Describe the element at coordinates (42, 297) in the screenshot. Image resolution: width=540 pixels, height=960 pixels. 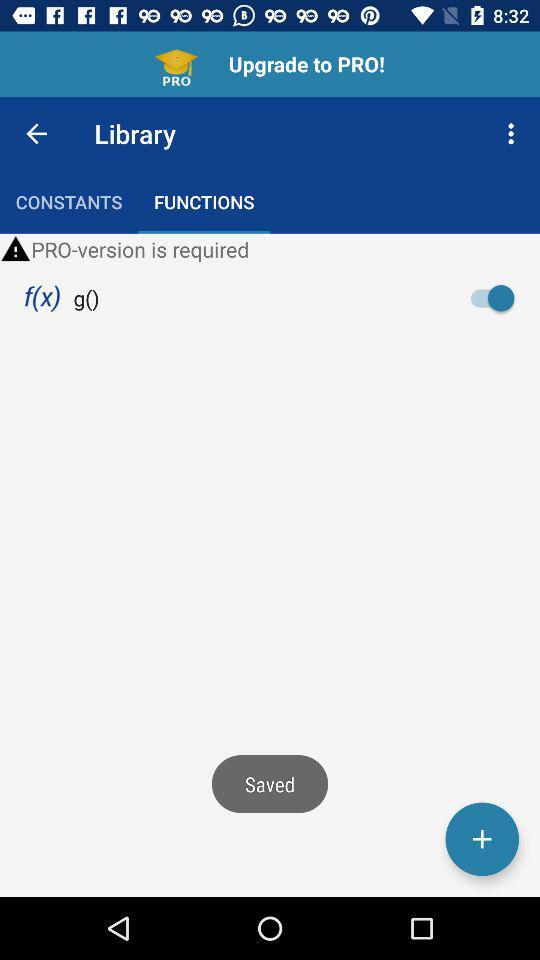
I see `the item to the left of the g() item` at that location.